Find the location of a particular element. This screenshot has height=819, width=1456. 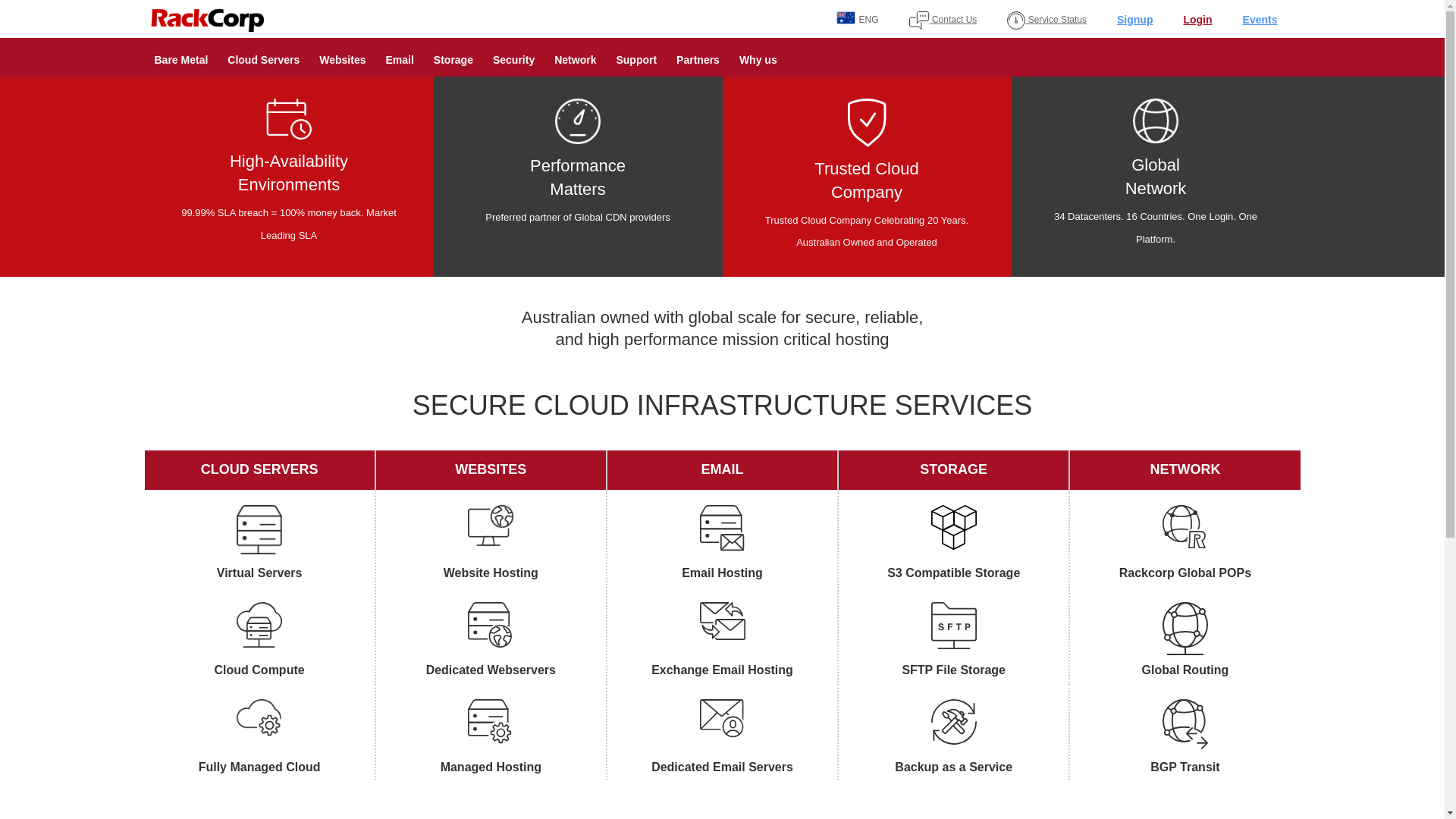

'Dedicated Webservers' is located at coordinates (491, 639).